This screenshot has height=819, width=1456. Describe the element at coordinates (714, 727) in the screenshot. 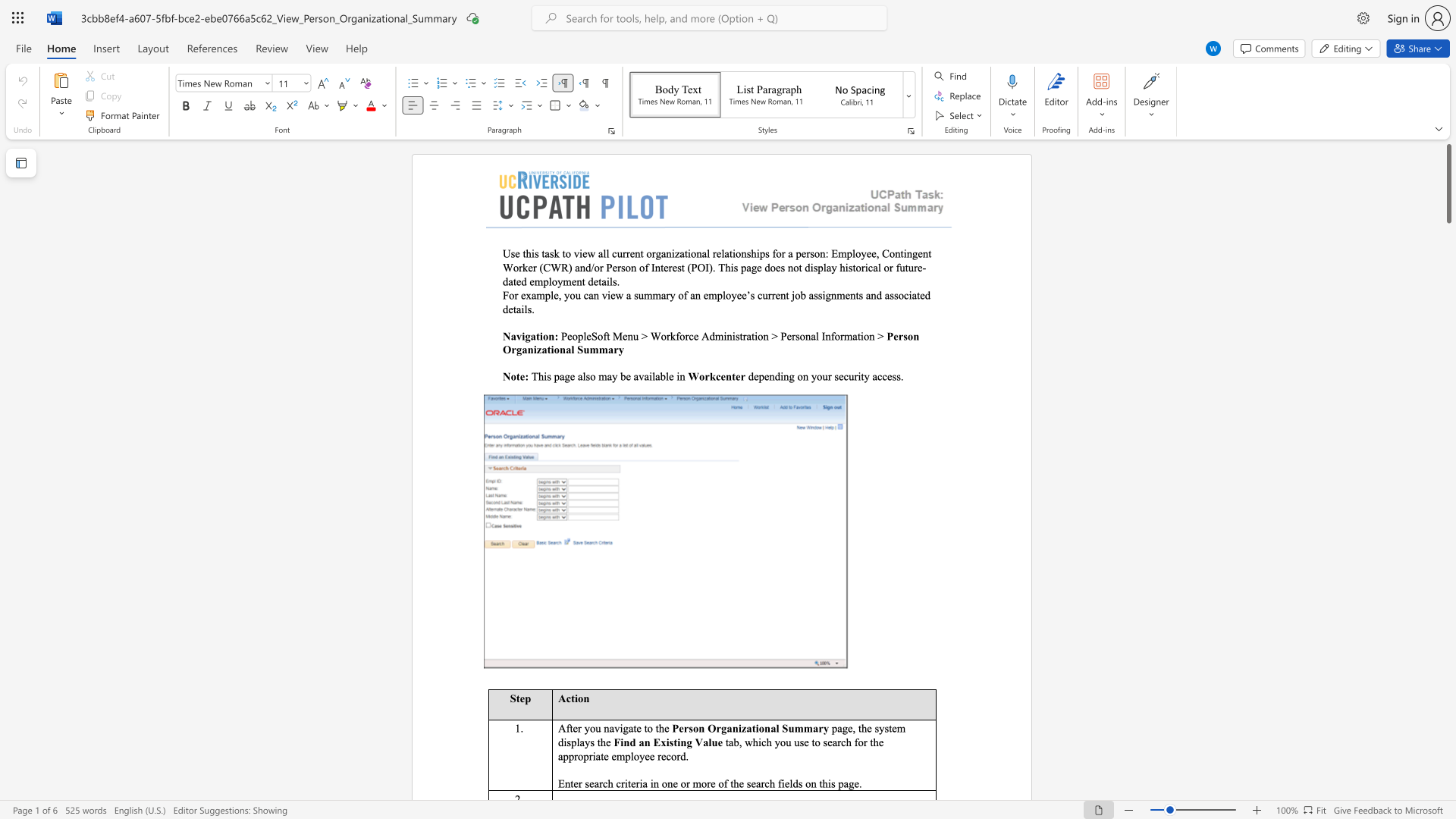

I see `the space between the continuous character "O" and "r" in the text` at that location.